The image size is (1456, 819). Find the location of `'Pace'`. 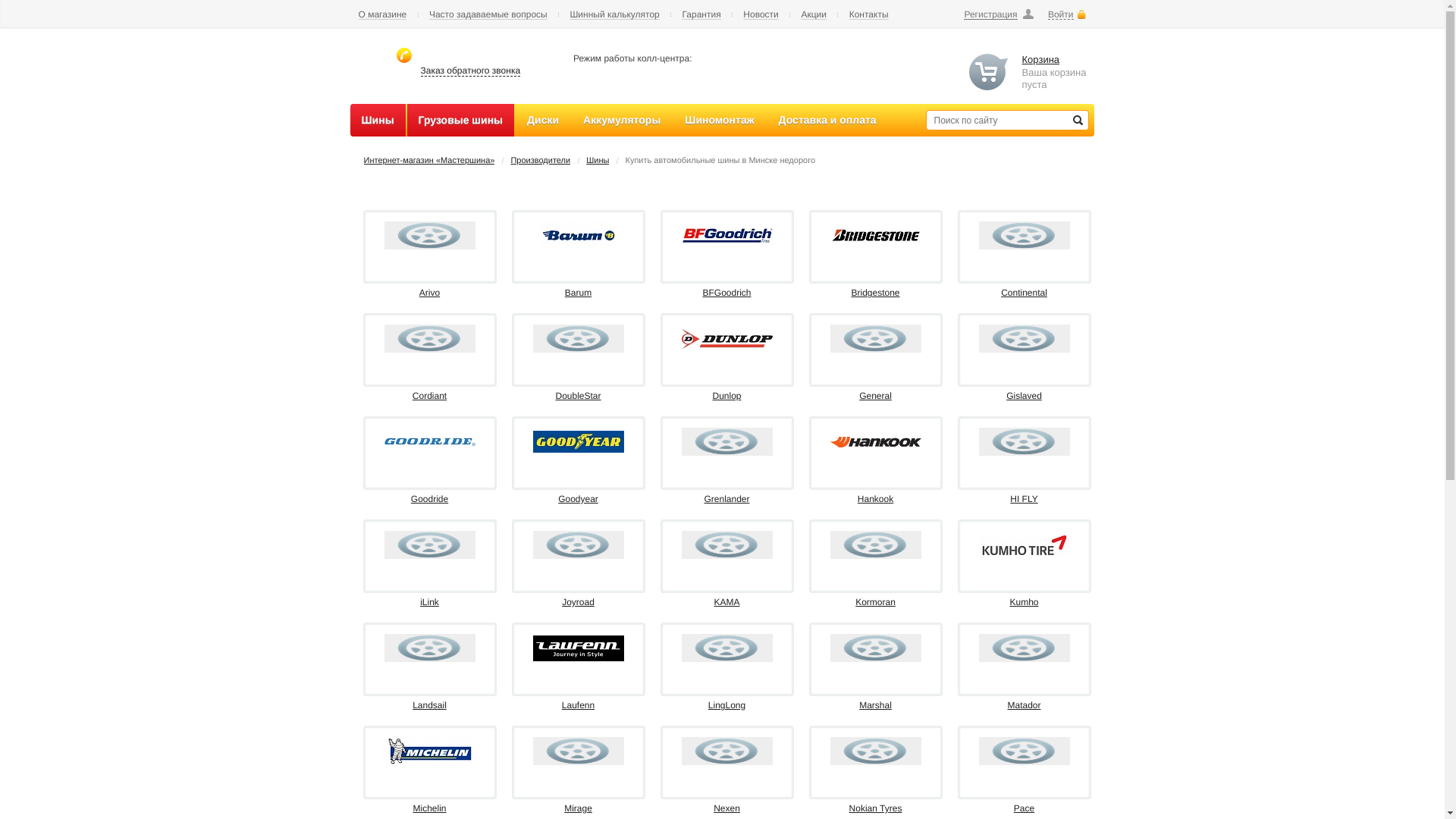

'Pace' is located at coordinates (1024, 807).